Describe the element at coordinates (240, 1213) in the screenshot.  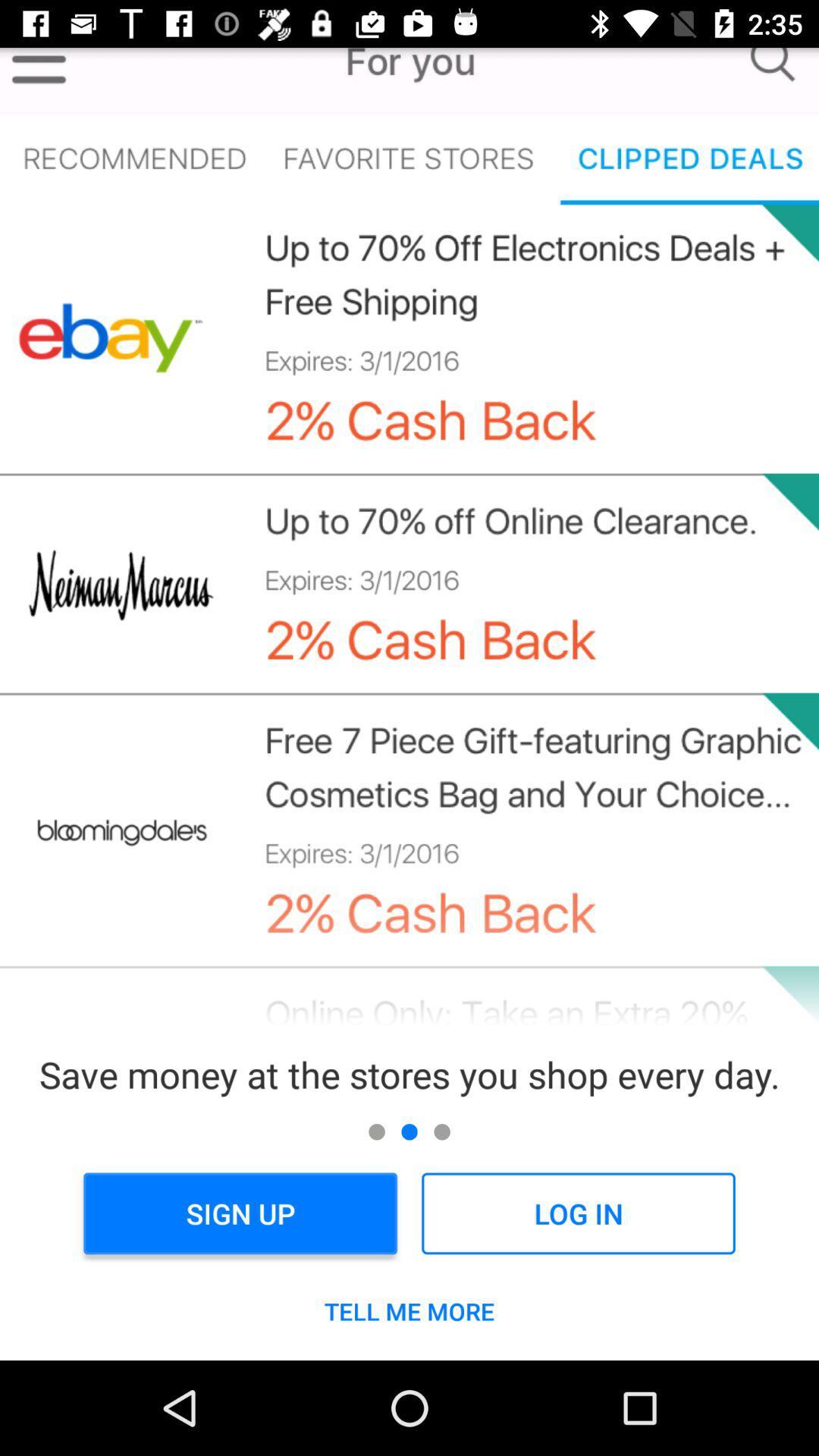
I see `the icon next to log in item` at that location.